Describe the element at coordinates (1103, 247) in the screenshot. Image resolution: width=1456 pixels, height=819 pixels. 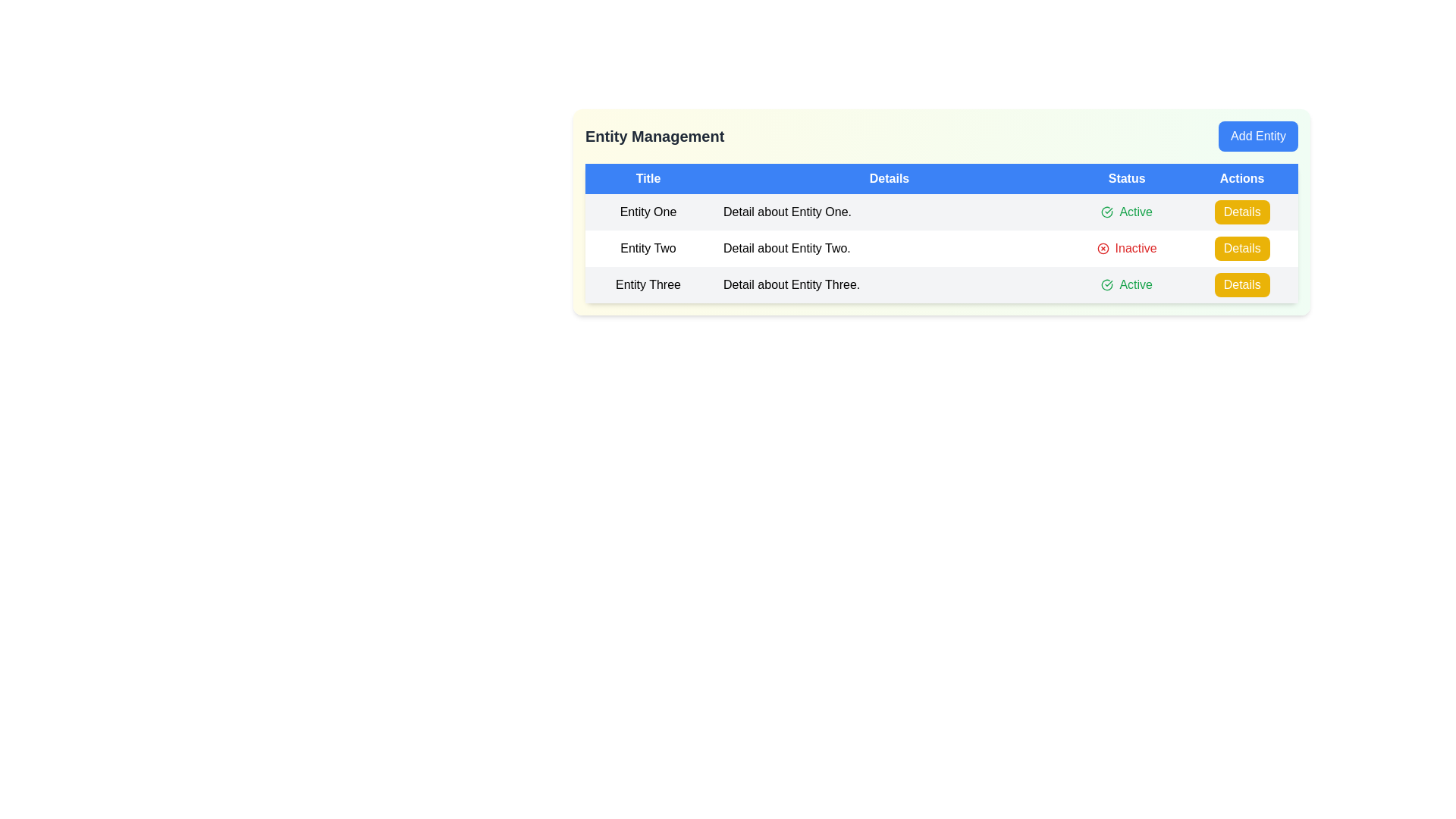
I see `the inactive status icon located in the 'Status' column of the second row in the table, which visually represents the inactive state and is adjacent to the text 'Inactive'` at that location.